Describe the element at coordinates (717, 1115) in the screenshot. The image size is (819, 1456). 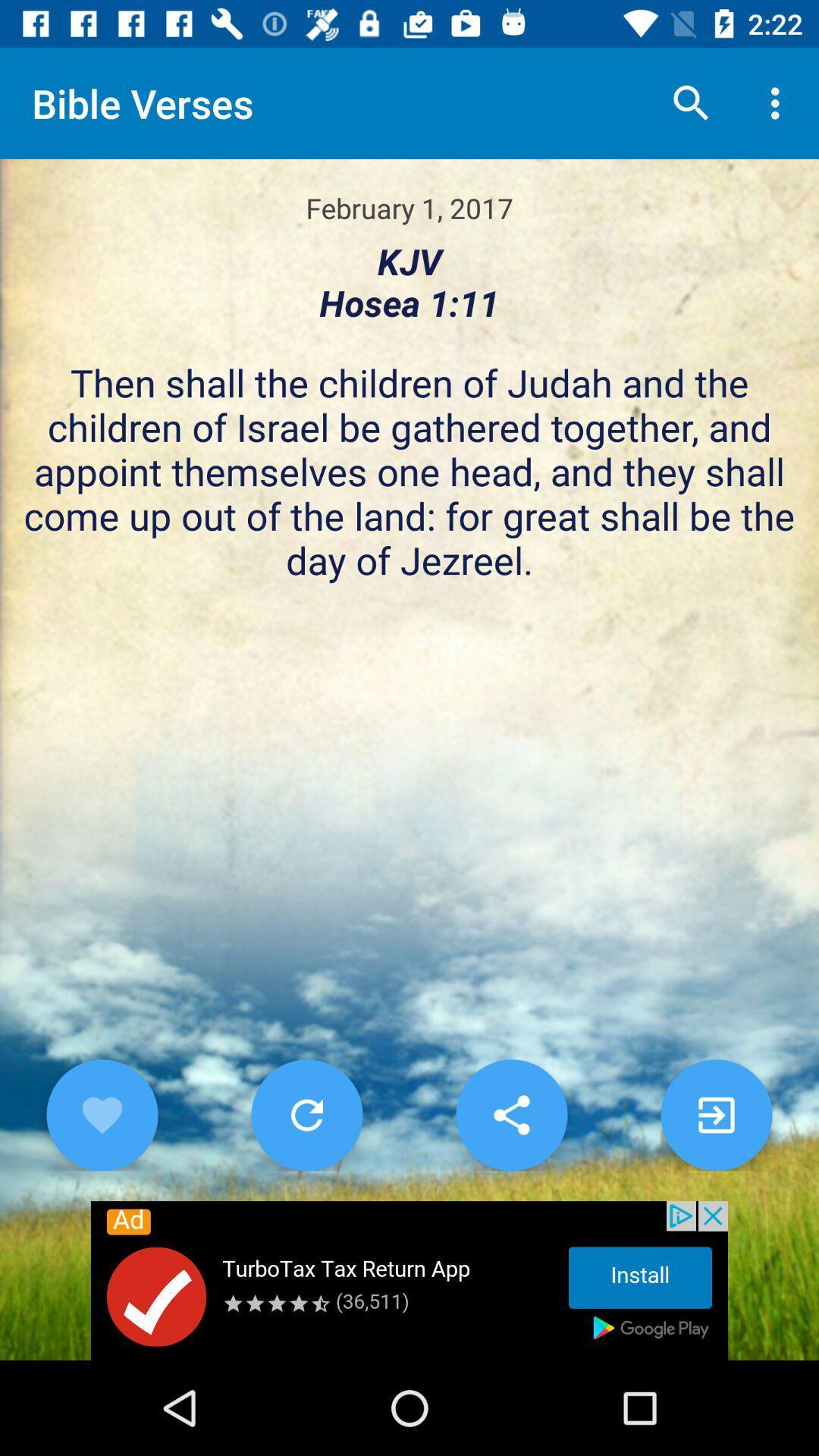
I see `gl` at that location.